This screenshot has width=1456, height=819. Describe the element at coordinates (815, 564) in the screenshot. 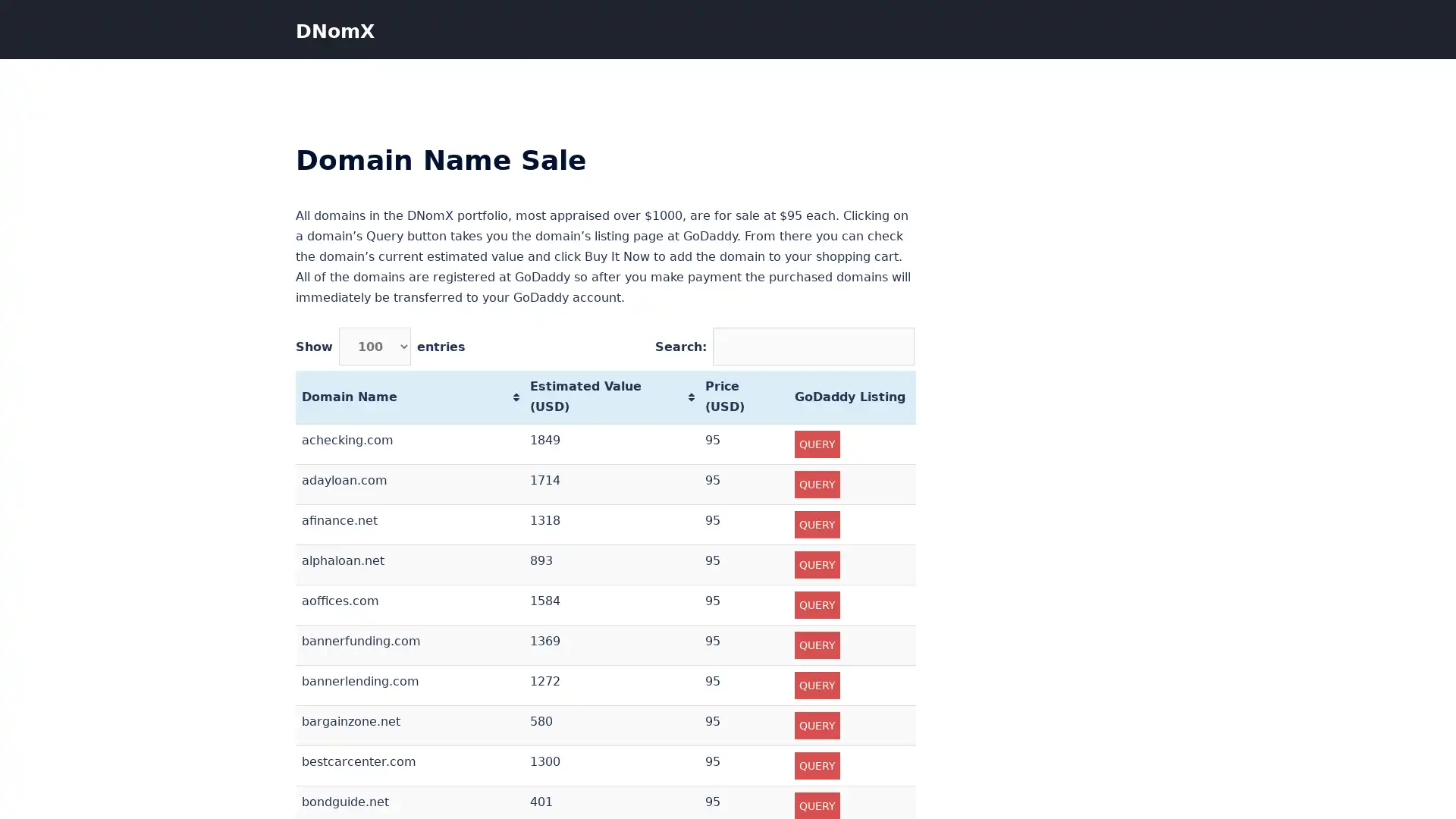

I see `QUERY` at that location.